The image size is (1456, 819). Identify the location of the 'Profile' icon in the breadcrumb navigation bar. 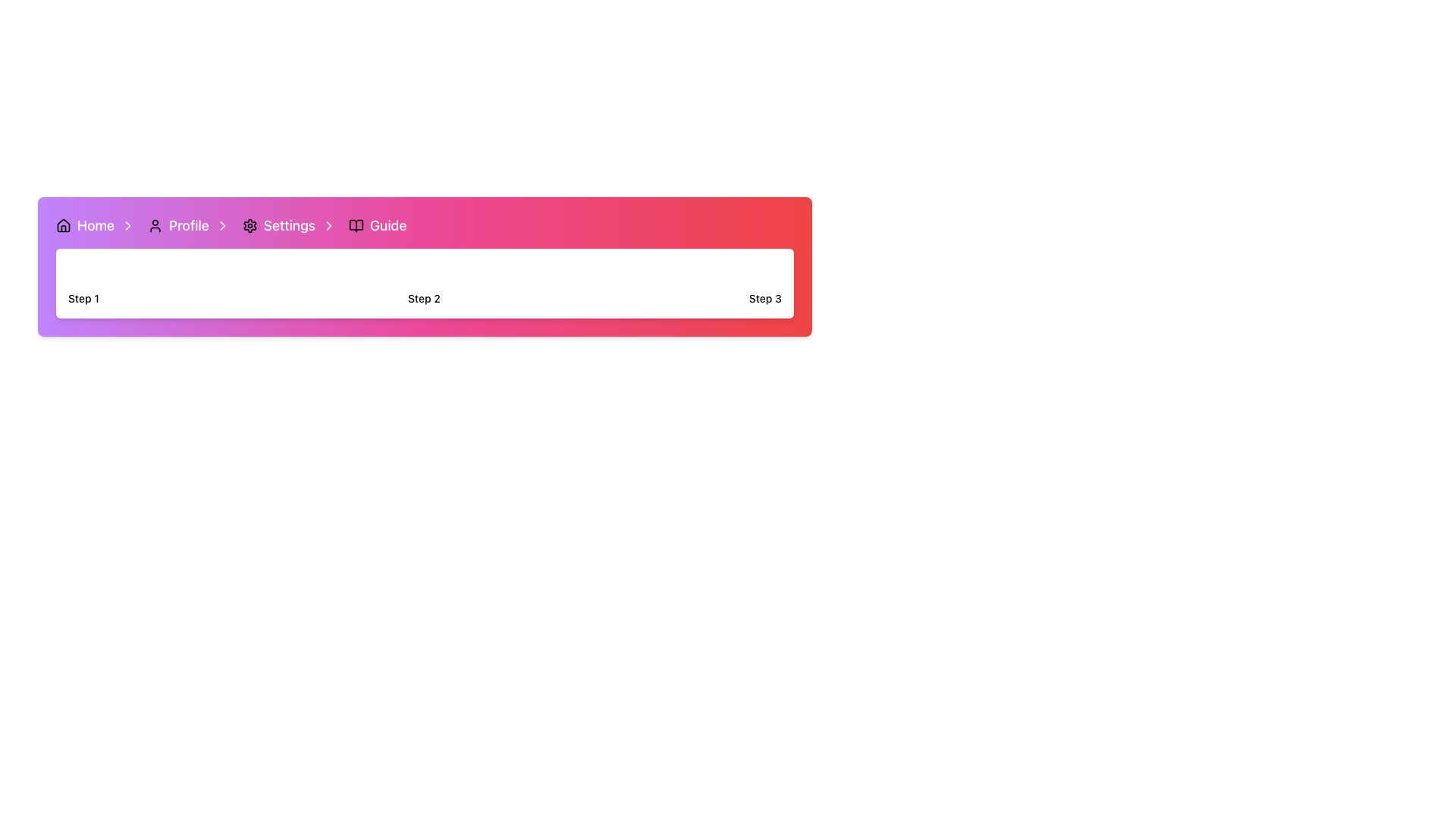
(155, 225).